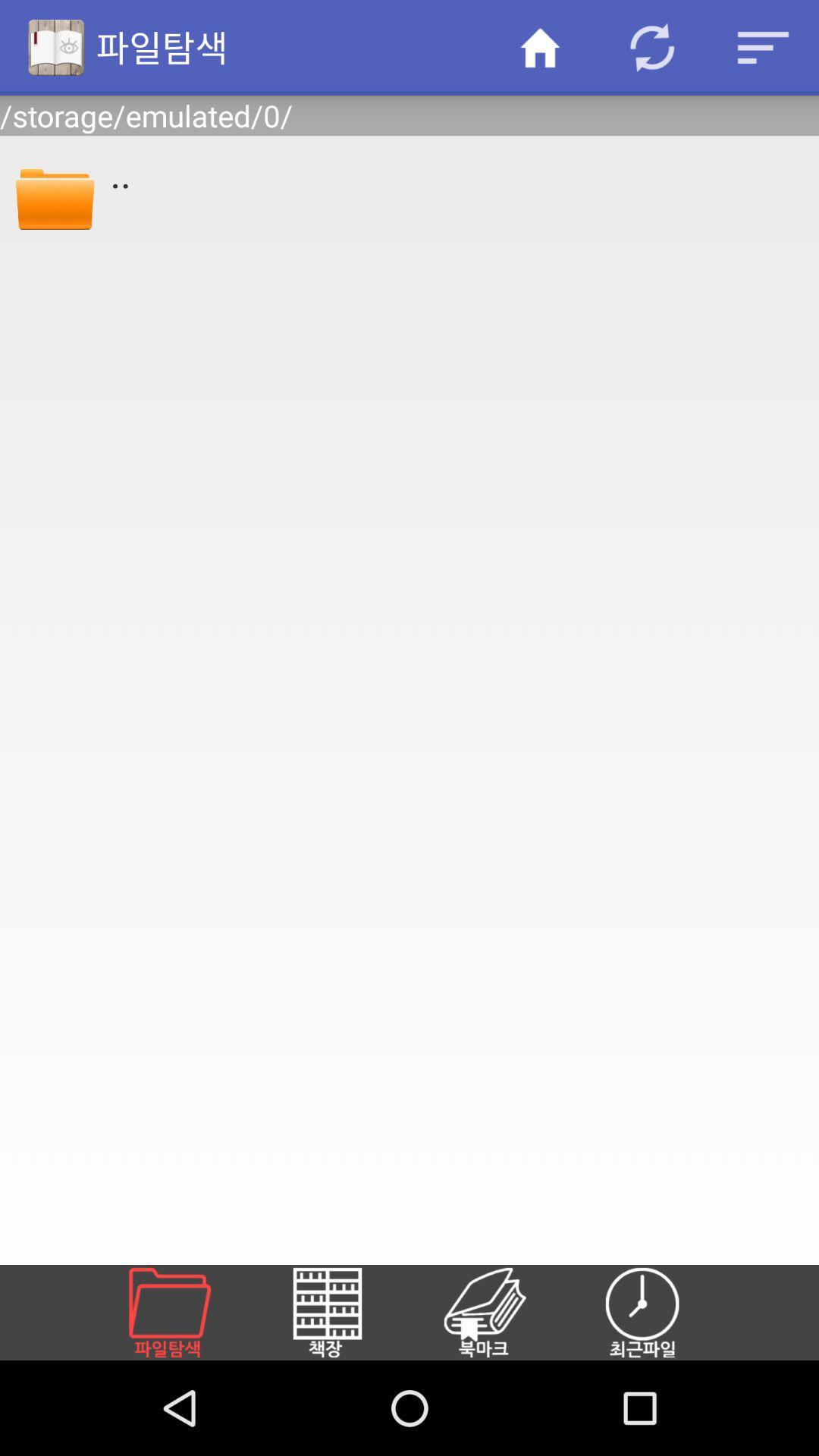 Image resolution: width=819 pixels, height=1456 pixels. I want to click on the .. item, so click(453, 172).